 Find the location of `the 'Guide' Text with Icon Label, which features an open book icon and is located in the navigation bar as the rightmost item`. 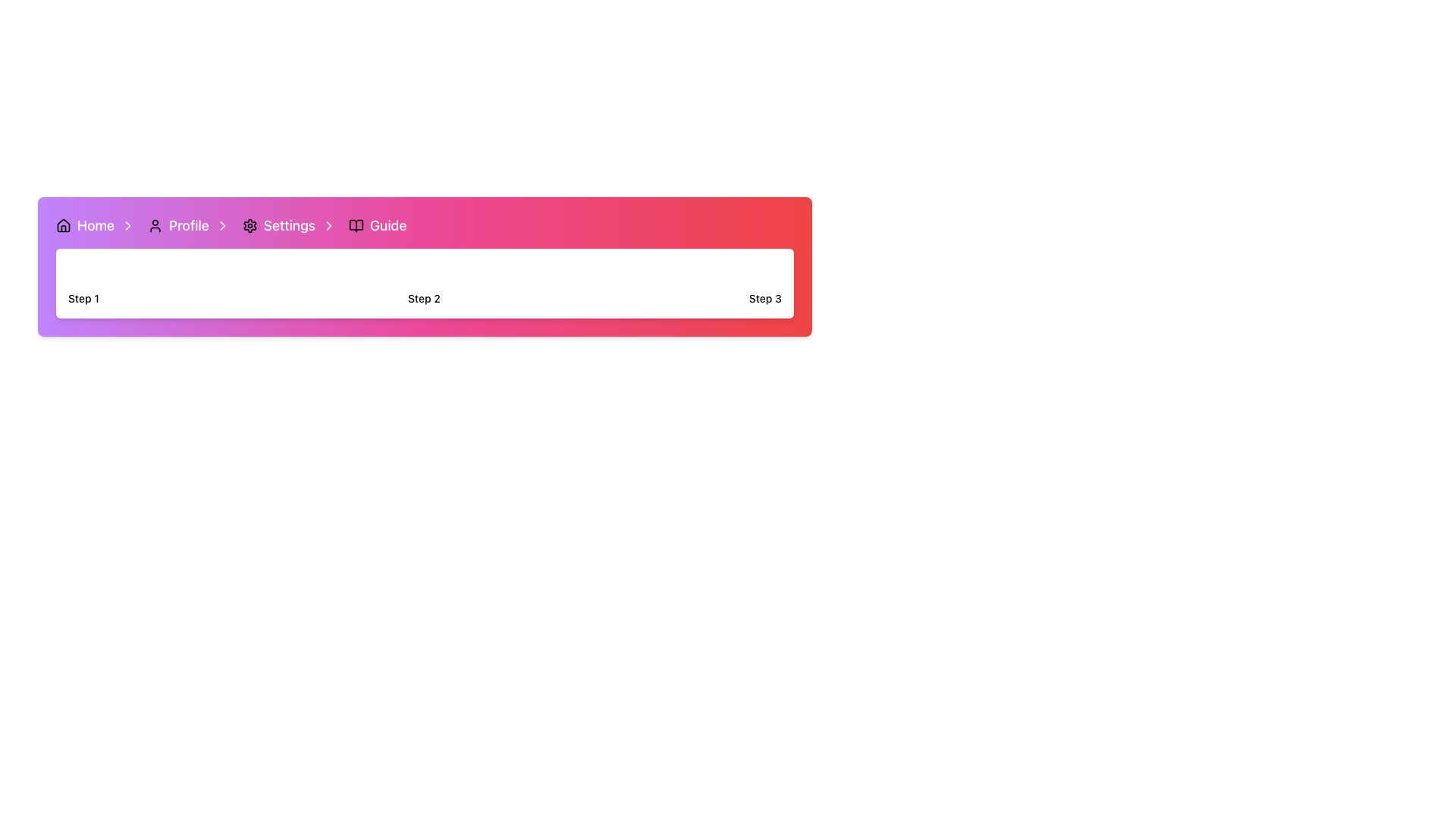

the 'Guide' Text with Icon Label, which features an open book icon and is located in the navigation bar as the rightmost item is located at coordinates (378, 225).